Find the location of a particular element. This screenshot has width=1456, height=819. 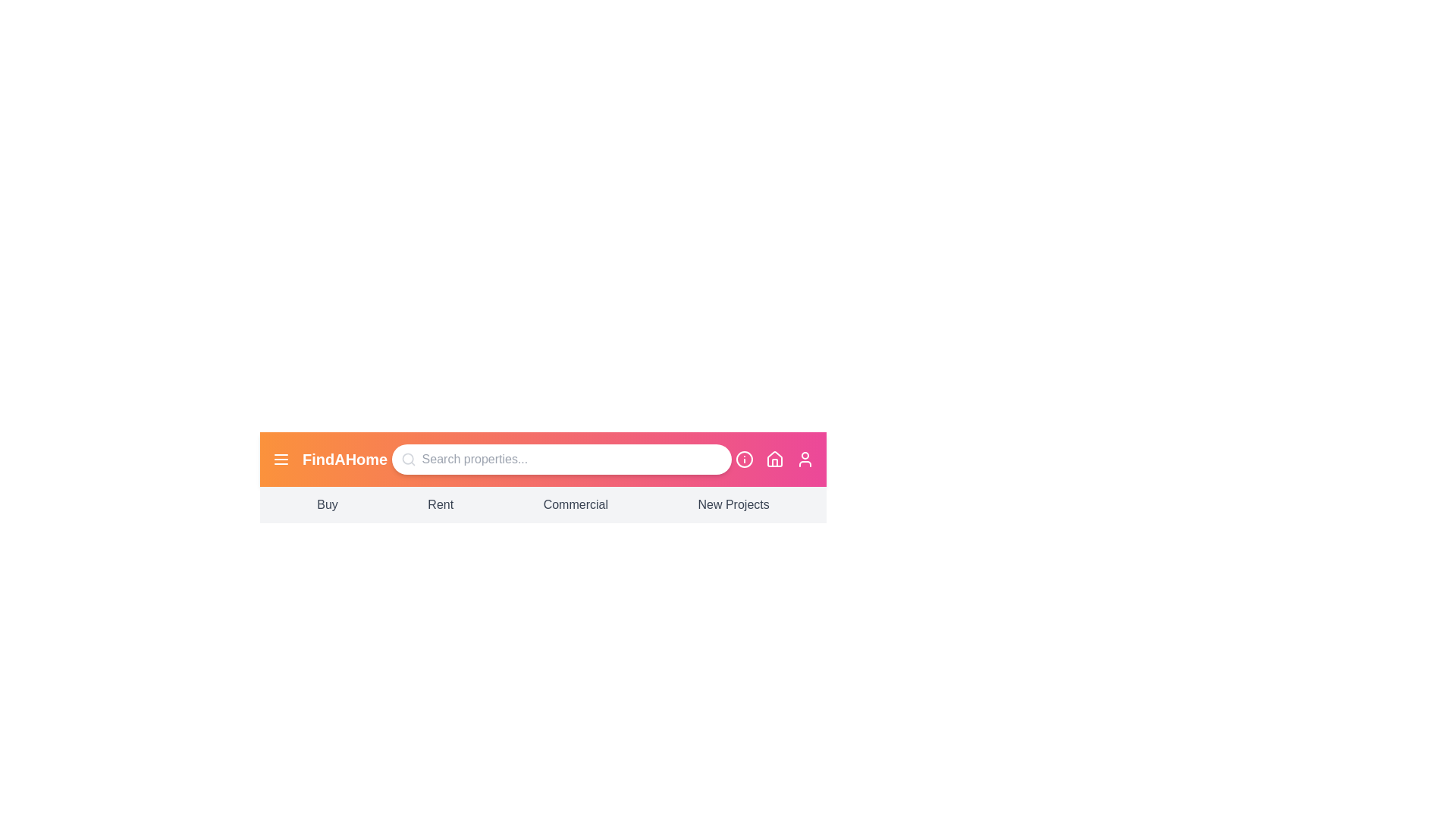

the 'Home' icon in the navigation bar to return to the home page is located at coordinates (775, 458).